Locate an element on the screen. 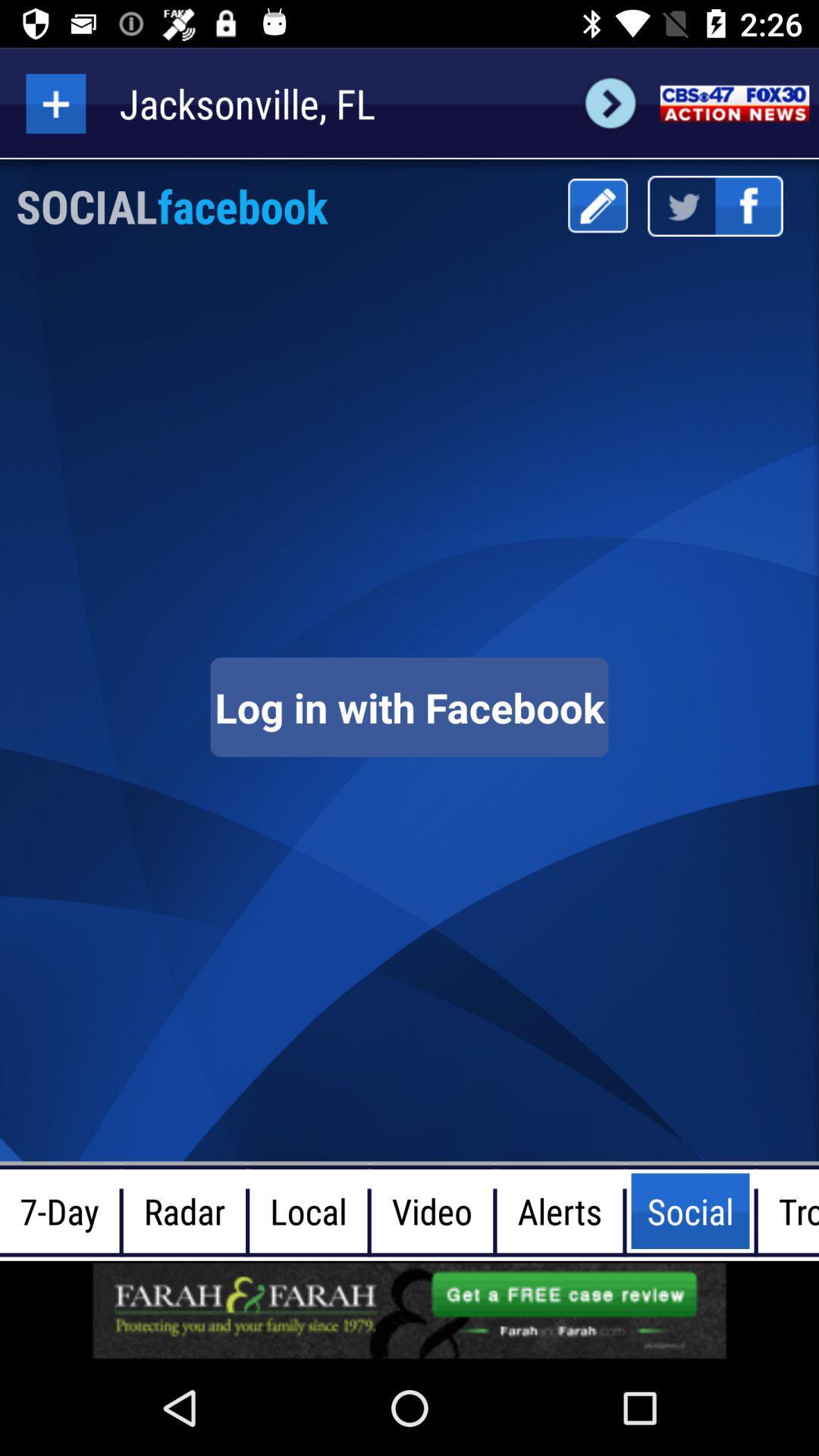 The width and height of the screenshot is (819, 1456). the edit icon is located at coordinates (597, 205).